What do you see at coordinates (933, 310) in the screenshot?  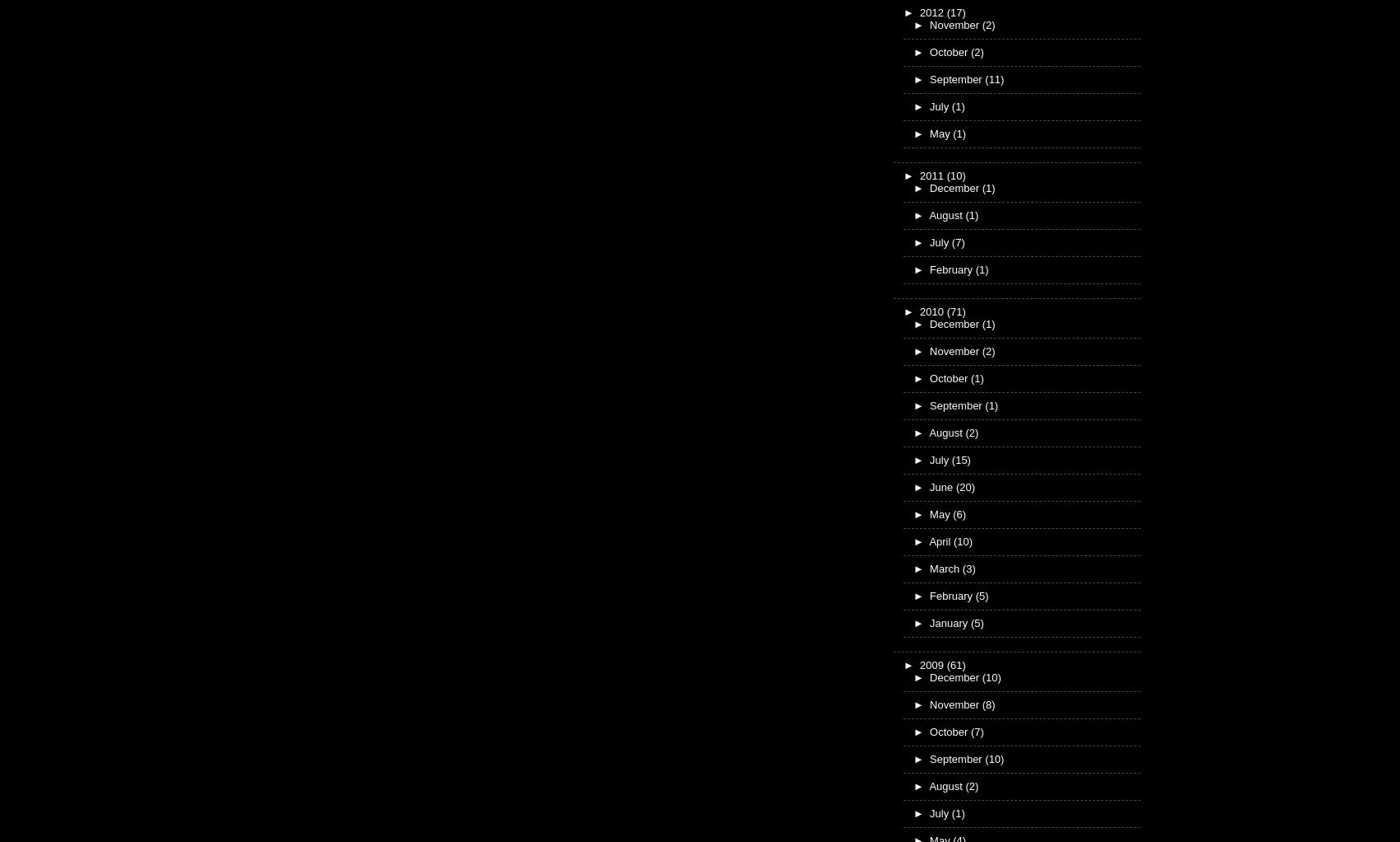 I see `'2010'` at bounding box center [933, 310].